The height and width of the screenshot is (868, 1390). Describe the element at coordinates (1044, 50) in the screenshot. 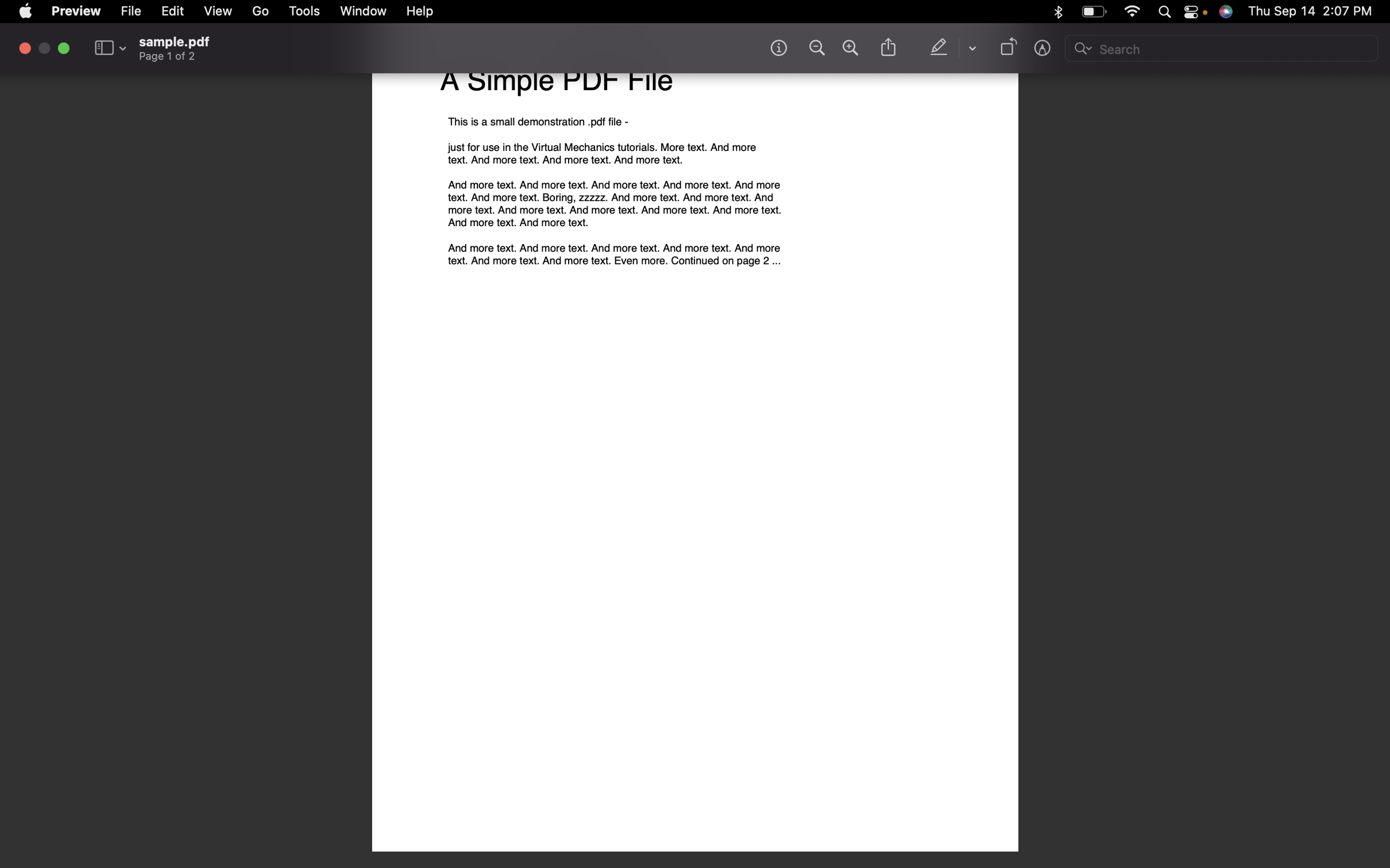

I see `Show the markup toolbar` at that location.